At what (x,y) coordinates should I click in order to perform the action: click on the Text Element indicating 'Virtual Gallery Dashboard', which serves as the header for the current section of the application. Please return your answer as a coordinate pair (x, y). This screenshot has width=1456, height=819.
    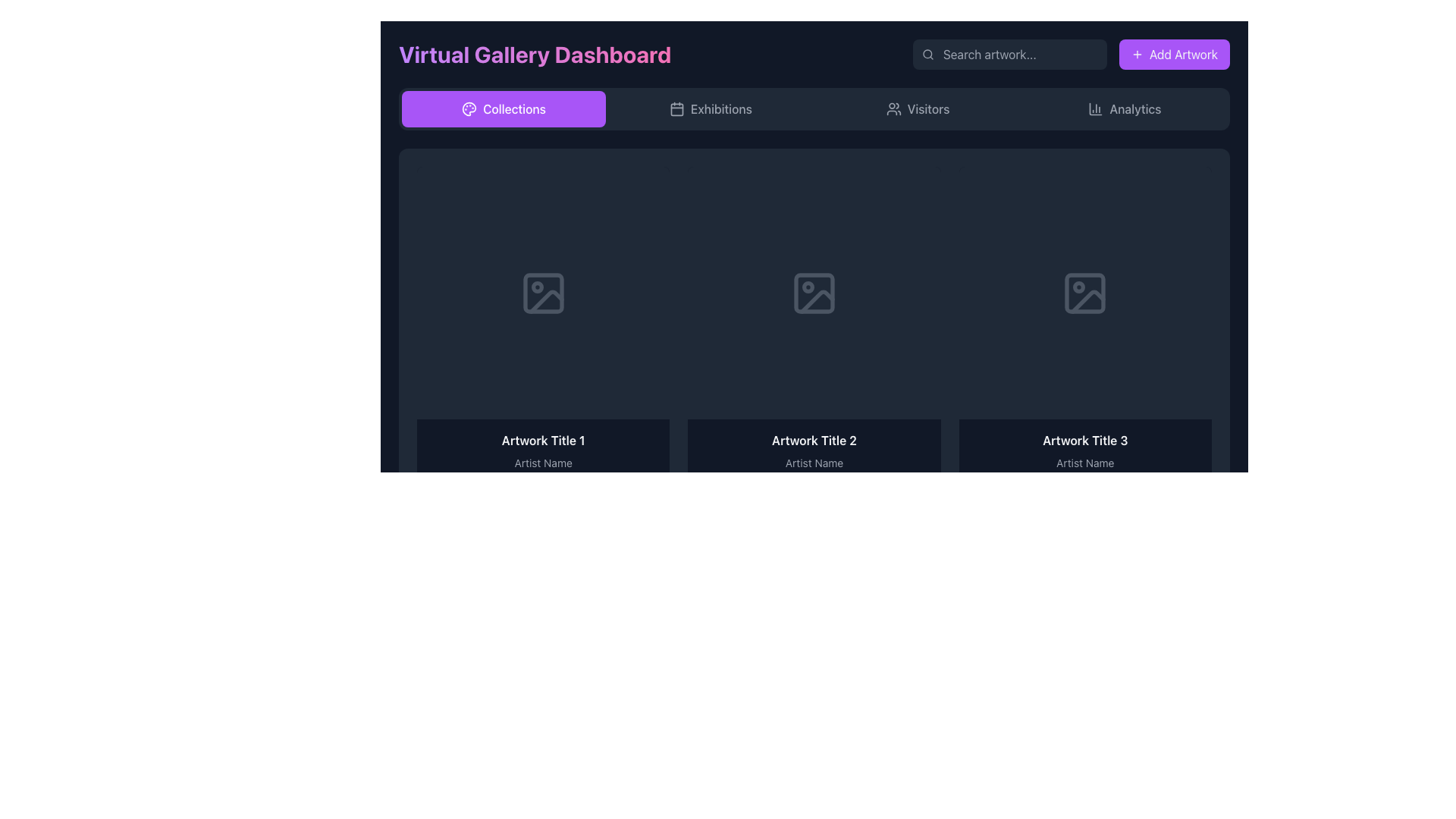
    Looking at the image, I should click on (535, 54).